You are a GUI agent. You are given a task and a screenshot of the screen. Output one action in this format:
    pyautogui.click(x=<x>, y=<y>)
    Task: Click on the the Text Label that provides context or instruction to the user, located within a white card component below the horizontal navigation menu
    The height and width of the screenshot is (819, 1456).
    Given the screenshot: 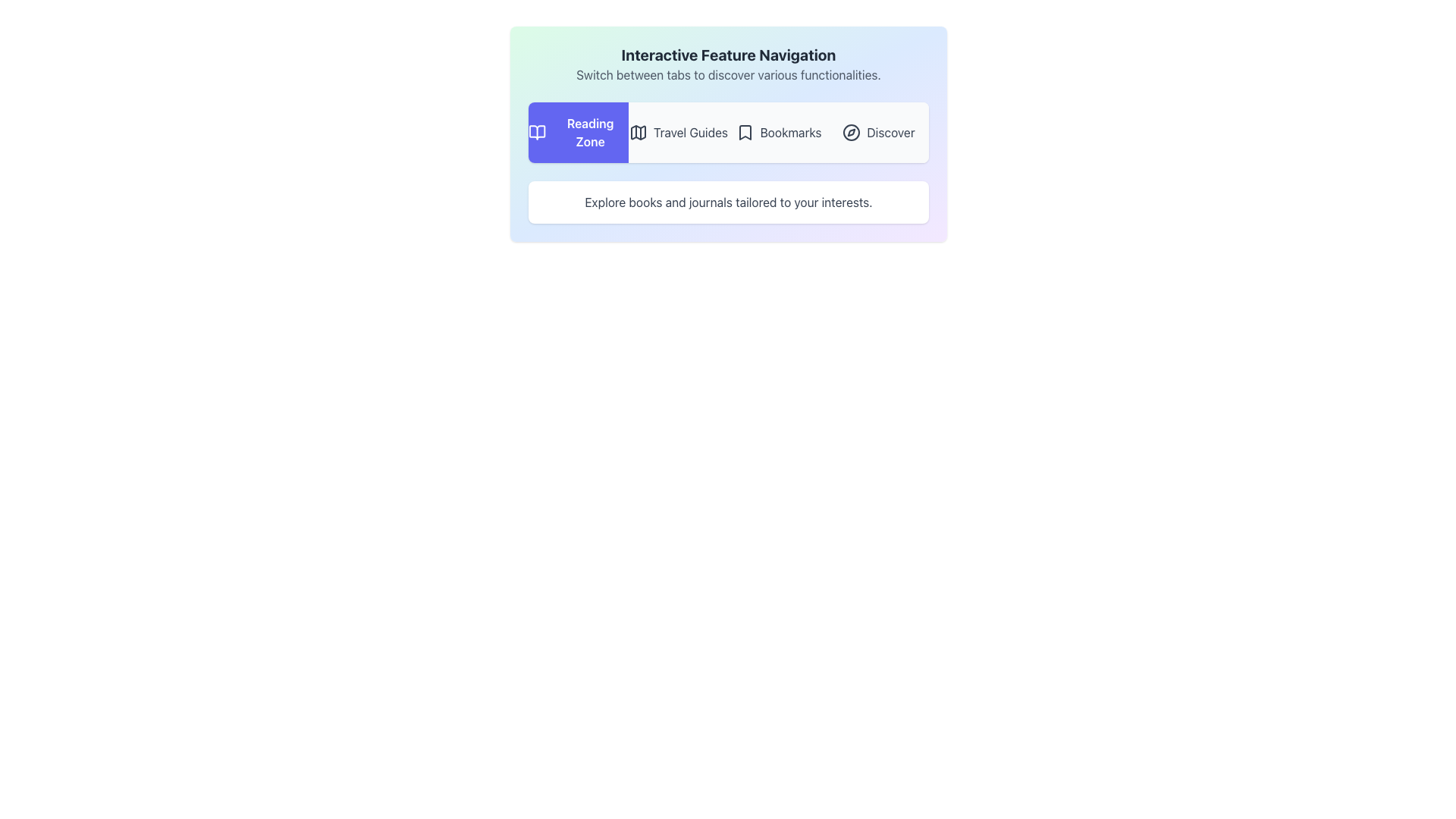 What is the action you would take?
    pyautogui.click(x=728, y=201)
    